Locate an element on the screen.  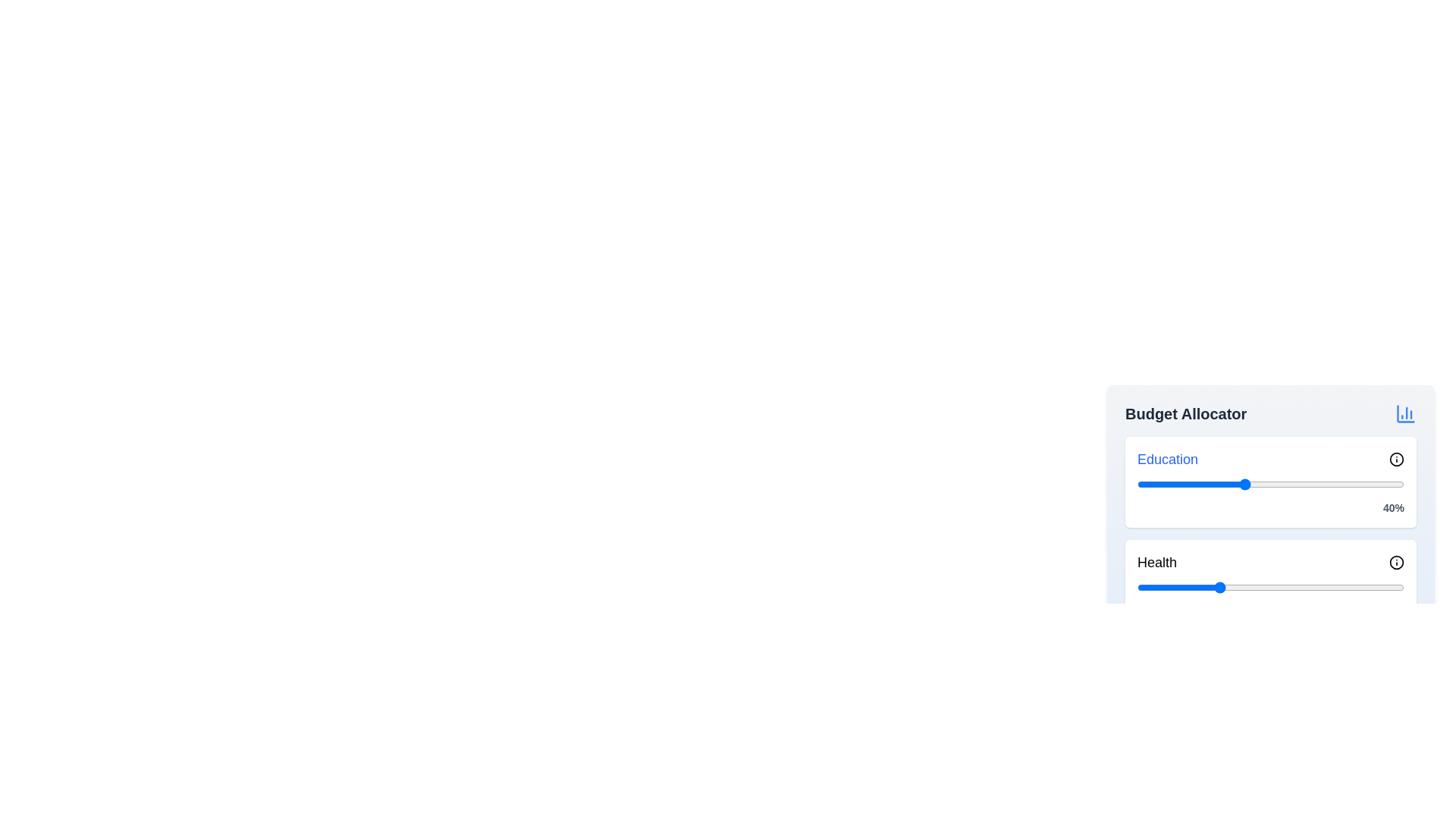
the BarChart3 icon to access additional functionality is located at coordinates (1404, 414).